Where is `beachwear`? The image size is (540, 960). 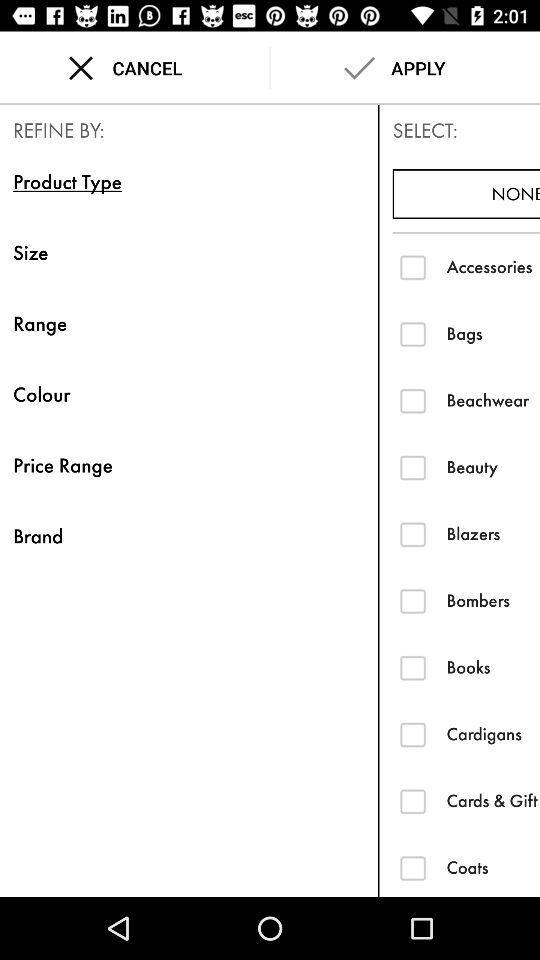
beachwear is located at coordinates (412, 399).